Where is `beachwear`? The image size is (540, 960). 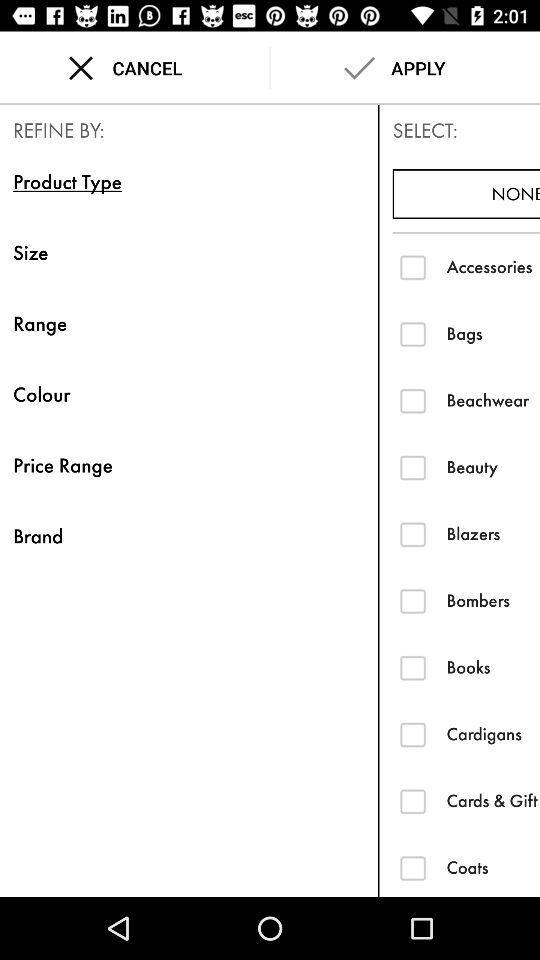
beachwear is located at coordinates (412, 399).